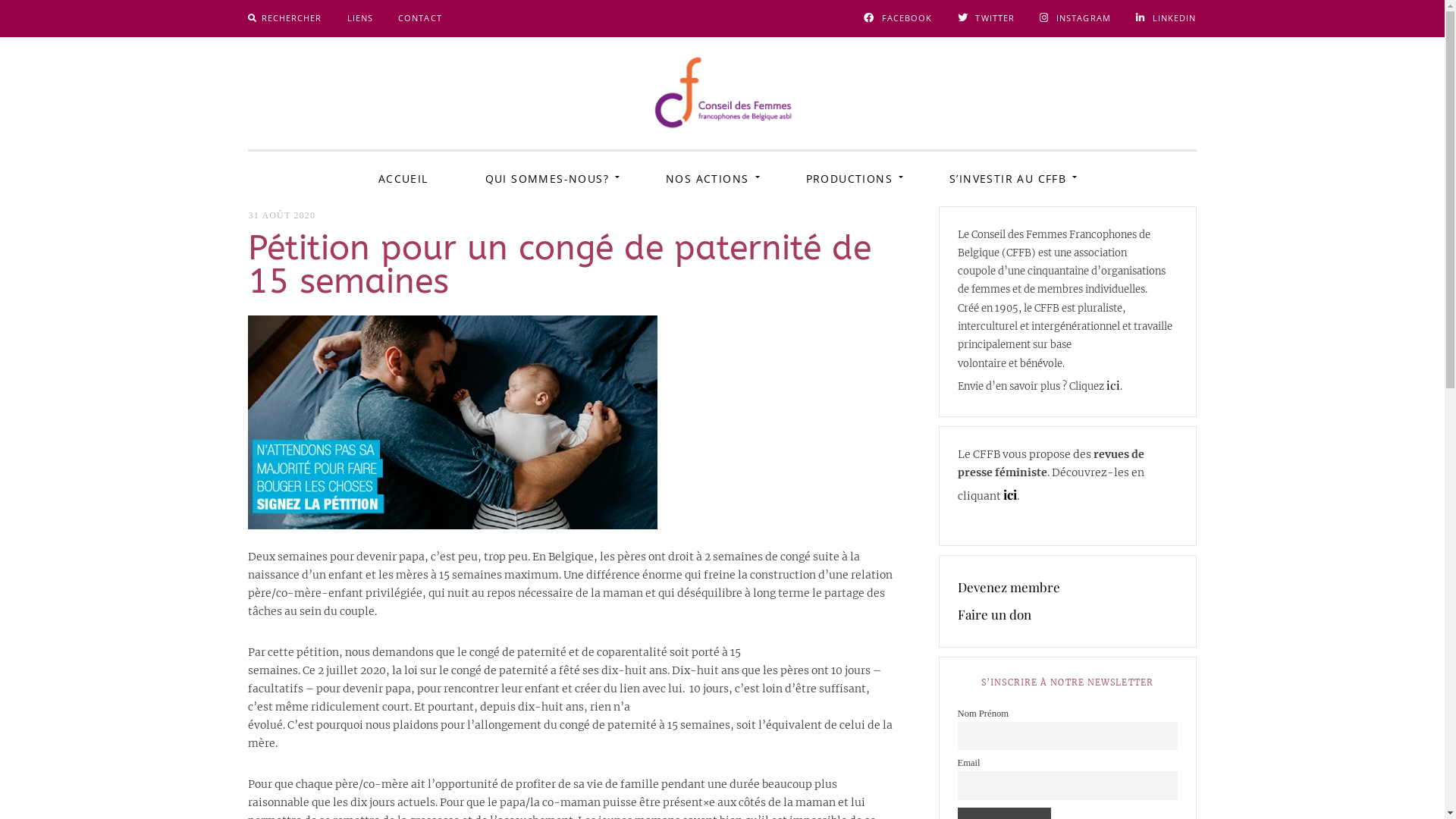 The width and height of the screenshot is (1456, 819). I want to click on 'Faire un don', so click(994, 614).